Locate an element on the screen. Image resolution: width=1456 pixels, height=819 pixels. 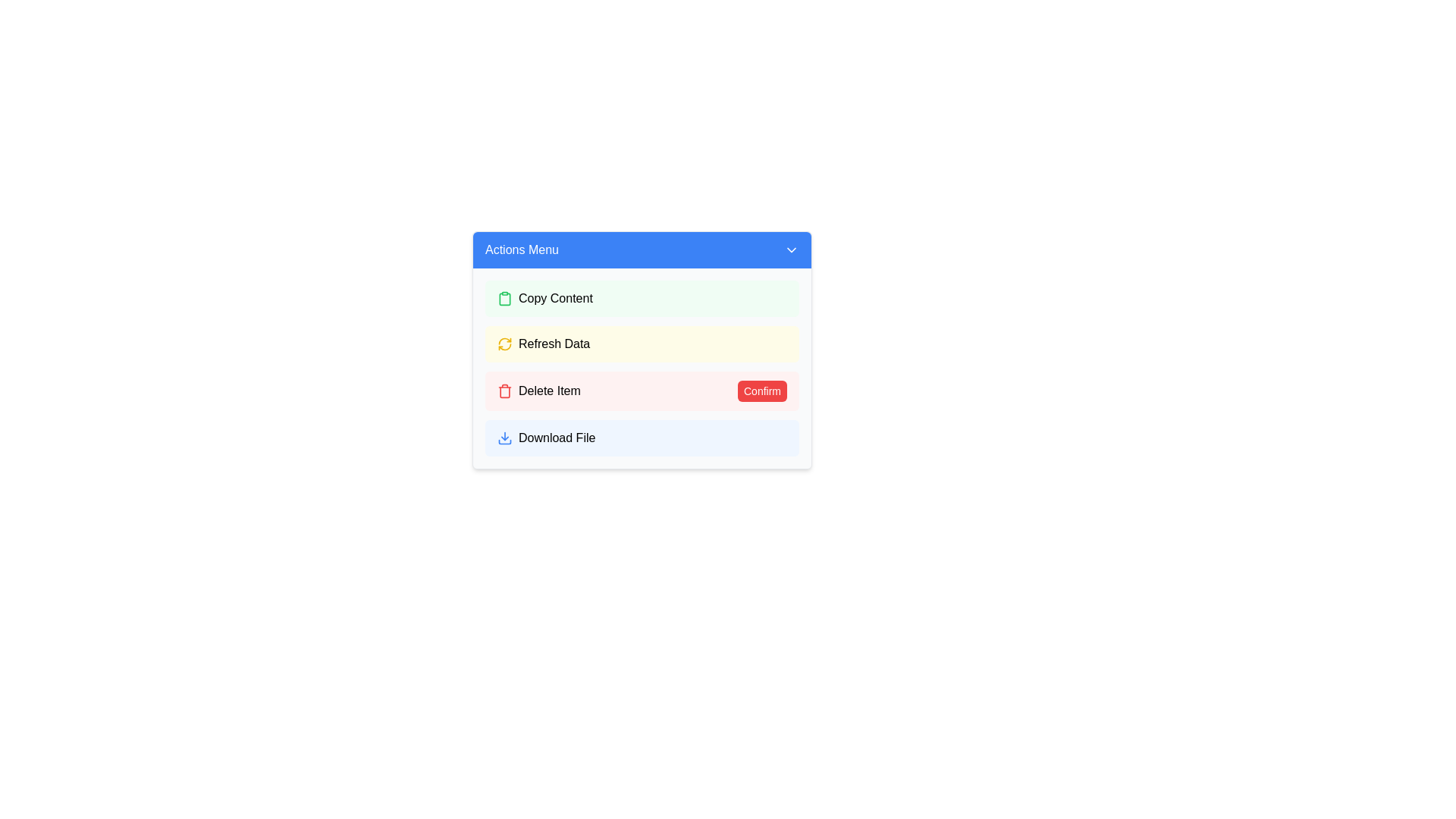
the non-interactive display for the 'Refresh Data' action located in the second position of the 'Actions Menu' list, which is visually presented below 'Copy Content' and above 'Delete Item' is located at coordinates (642, 350).